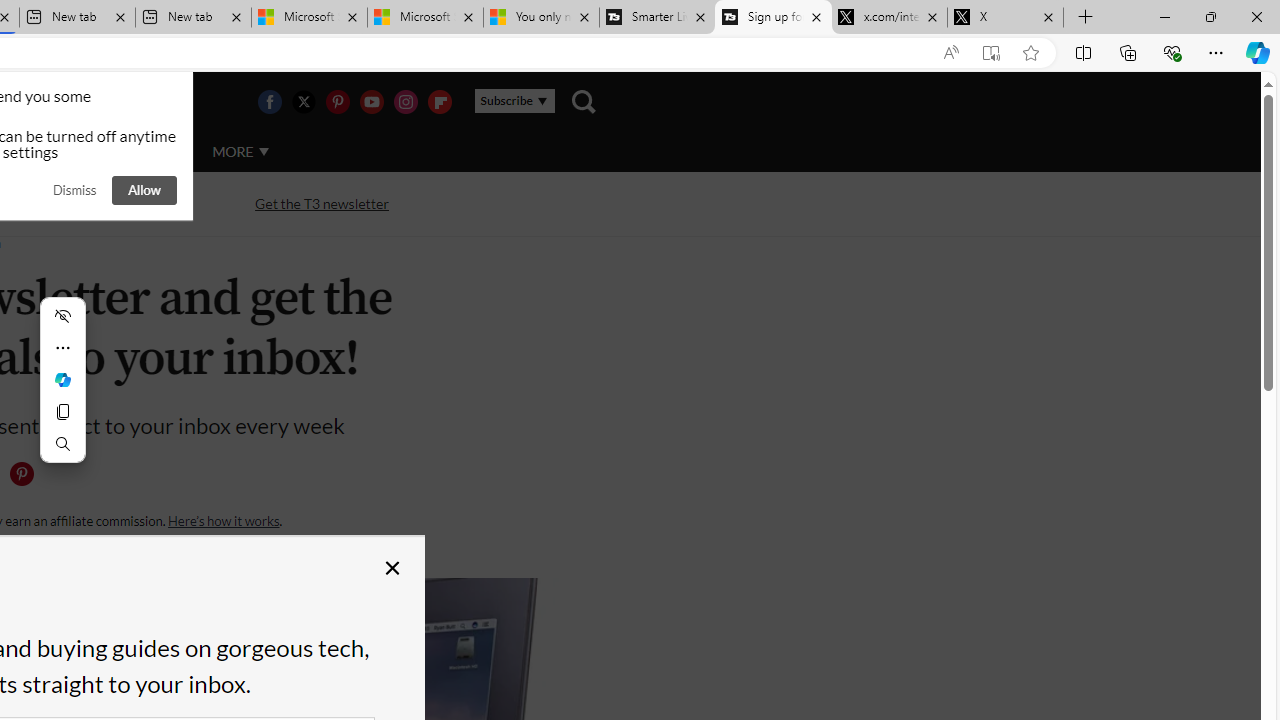 The image size is (1280, 720). What do you see at coordinates (991, 52) in the screenshot?
I see `'Enter Immersive Reader (F9)'` at bounding box center [991, 52].